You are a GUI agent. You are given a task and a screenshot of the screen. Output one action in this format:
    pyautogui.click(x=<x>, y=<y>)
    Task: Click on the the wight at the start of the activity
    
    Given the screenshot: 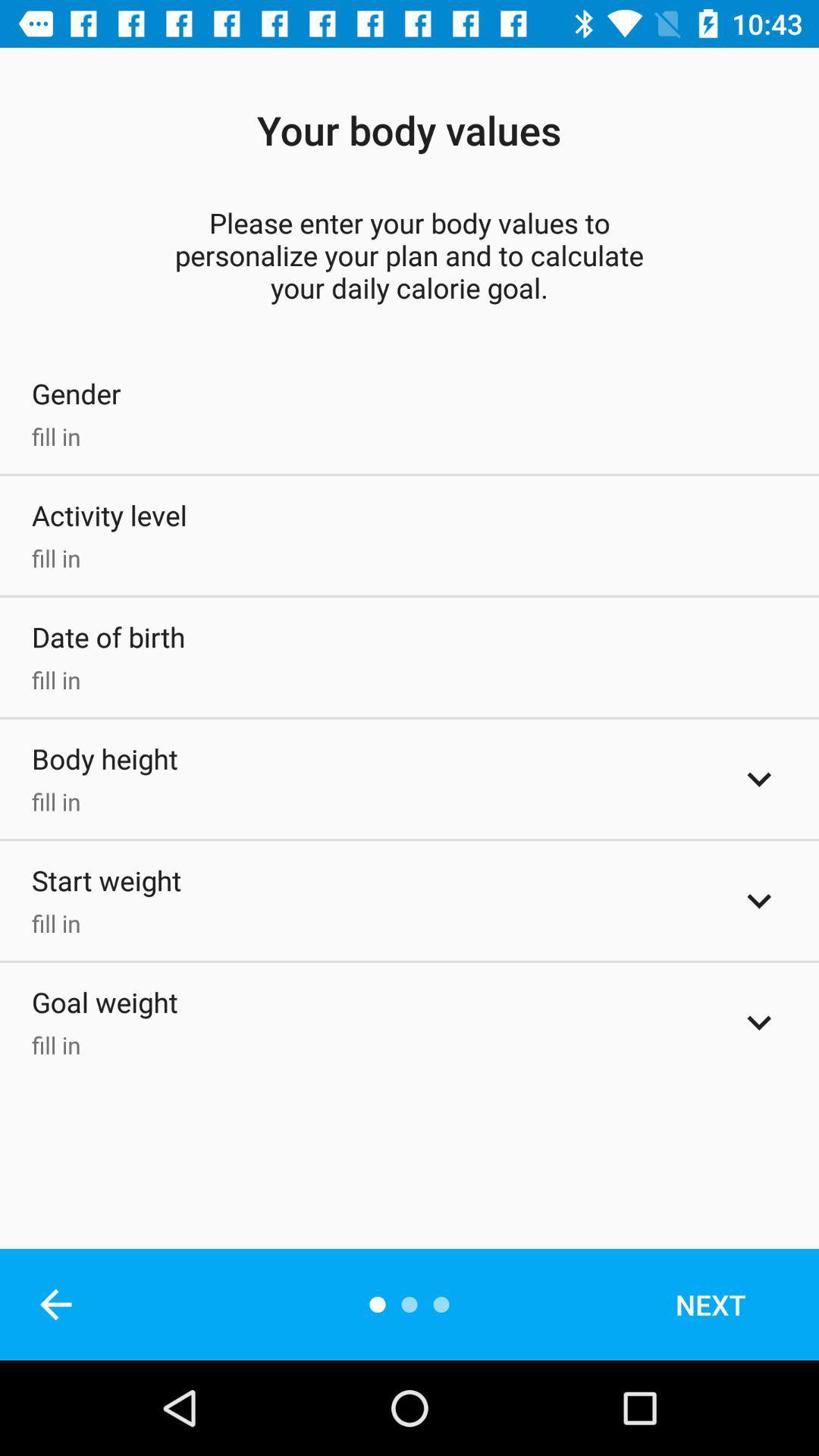 What is the action you would take?
    pyautogui.click(x=759, y=901)
    